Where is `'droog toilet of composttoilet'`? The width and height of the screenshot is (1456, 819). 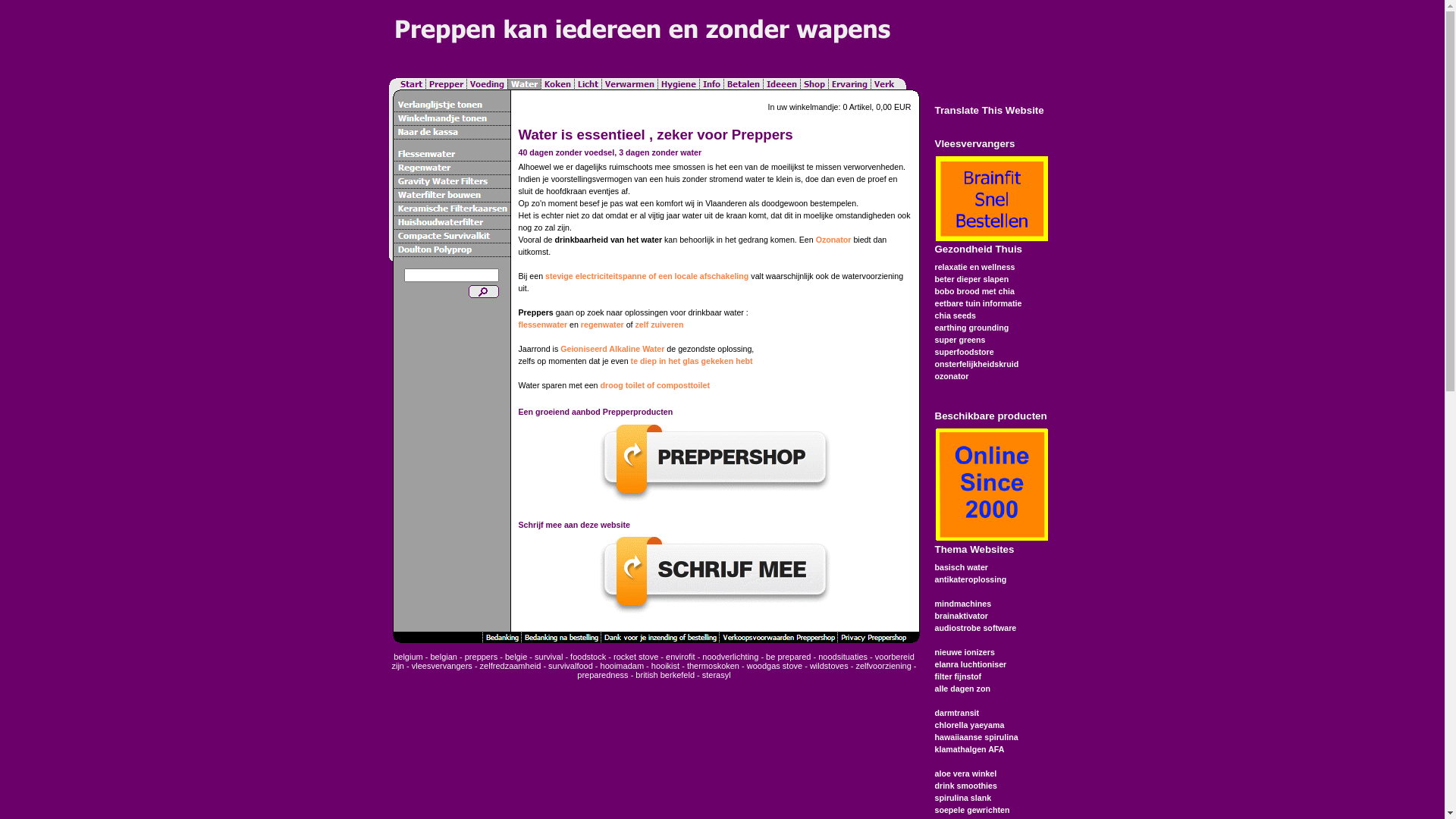 'droog toilet of composttoilet' is located at coordinates (600, 384).